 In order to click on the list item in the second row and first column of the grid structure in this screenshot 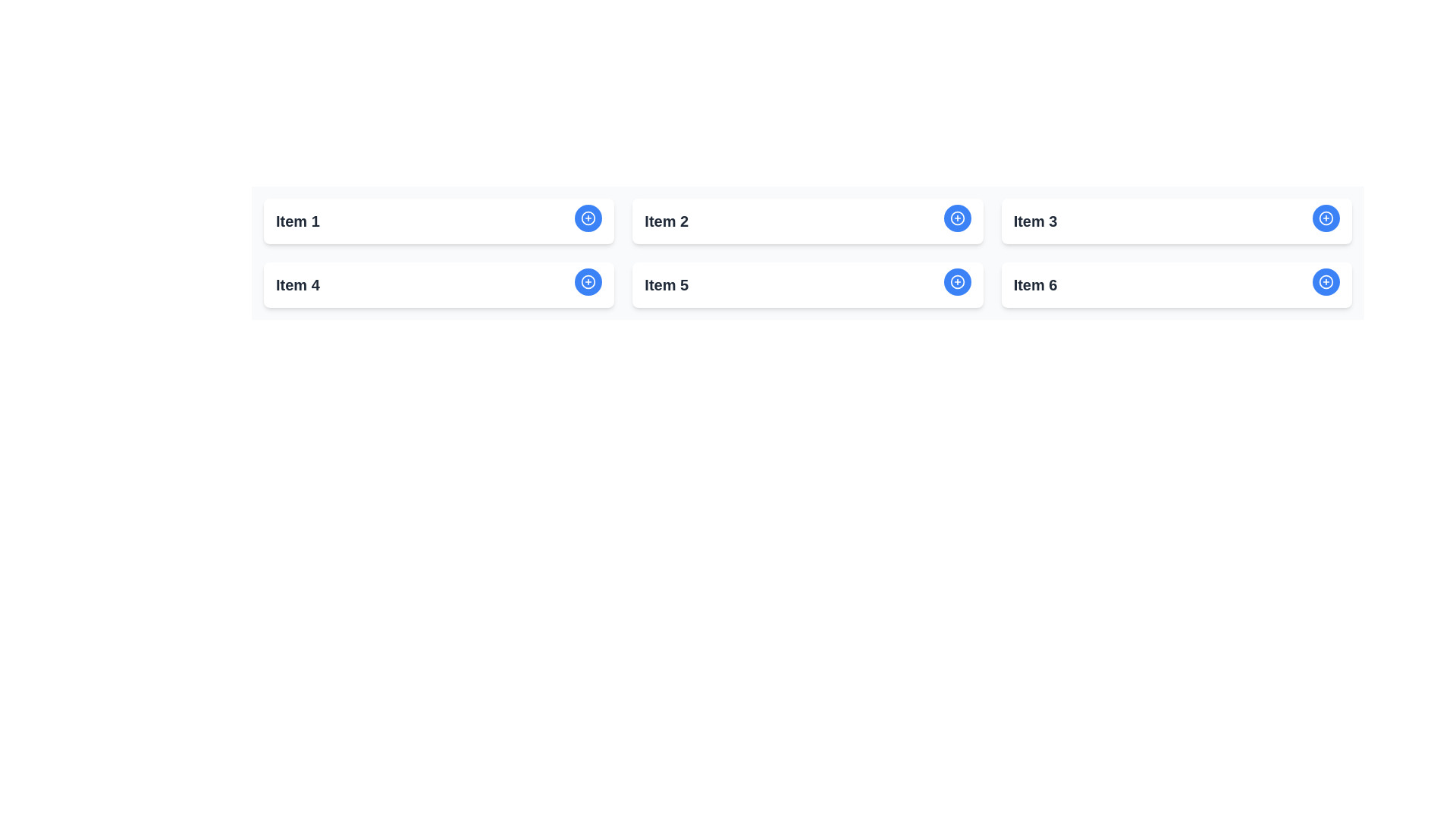, I will do `click(438, 284)`.